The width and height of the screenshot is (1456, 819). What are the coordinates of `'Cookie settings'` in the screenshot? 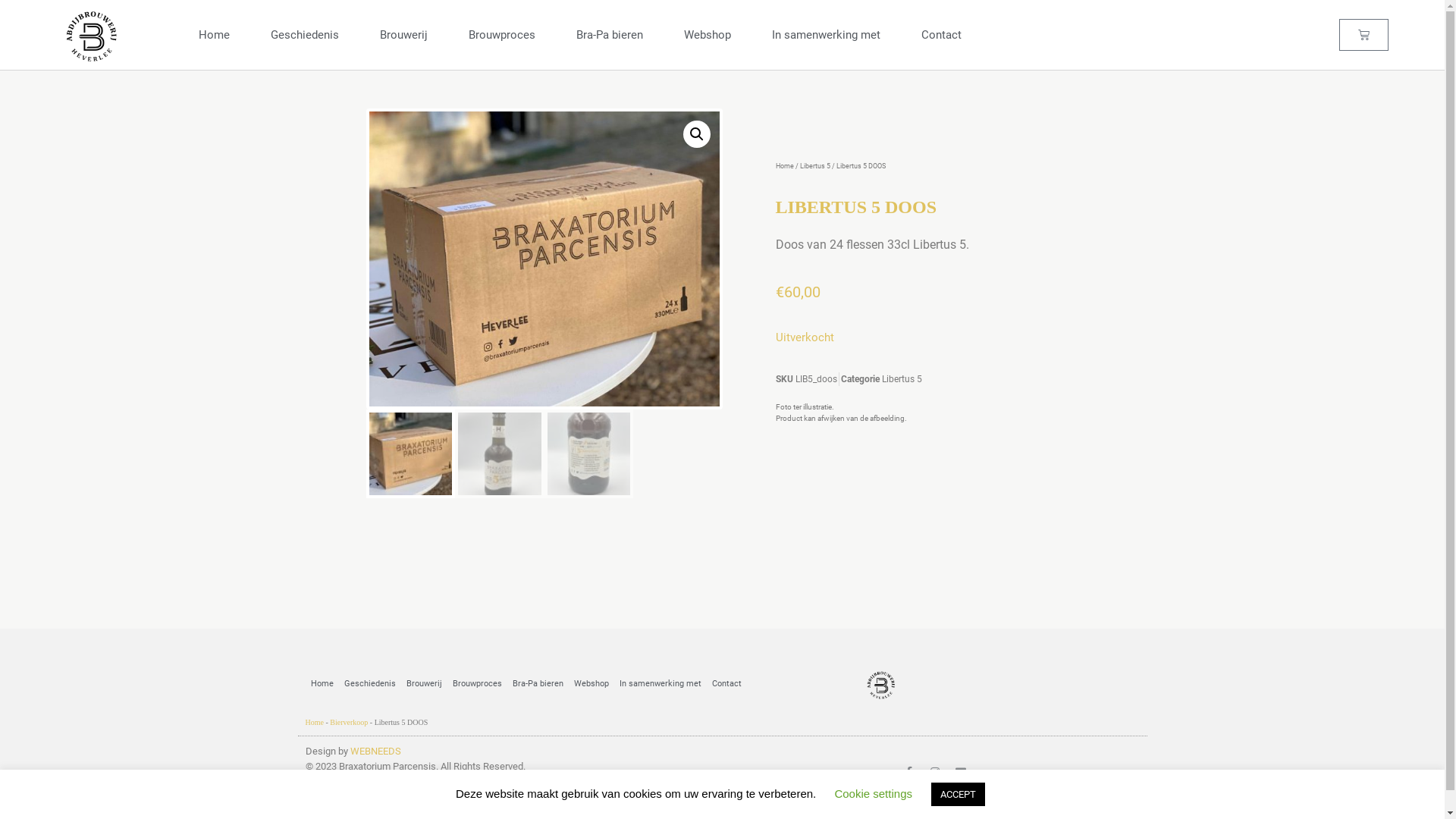 It's located at (873, 792).